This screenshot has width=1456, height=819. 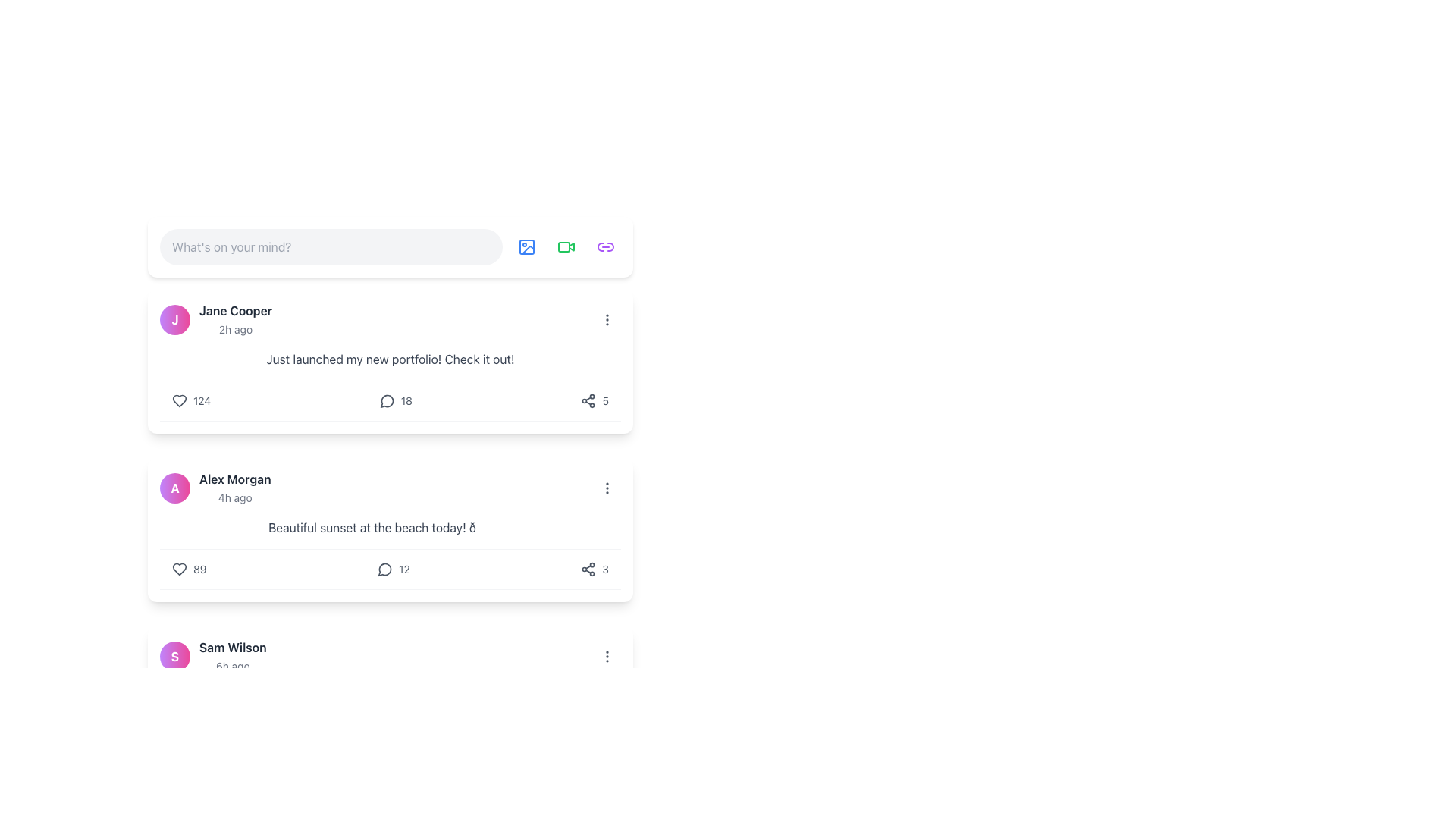 What do you see at coordinates (394, 570) in the screenshot?
I see `the button with a circular speech bubble icon and the numerical label '12'` at bounding box center [394, 570].